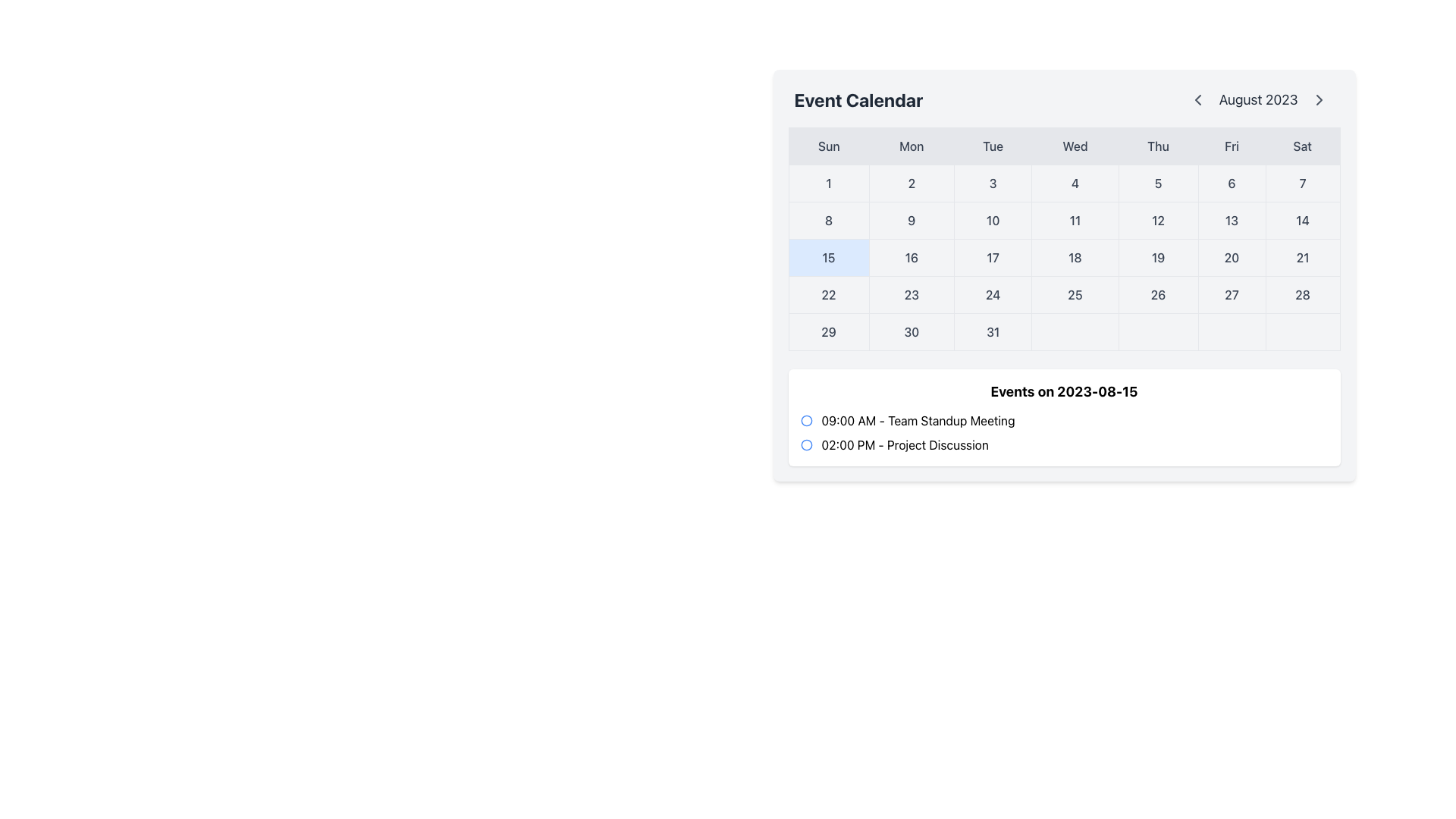  I want to click on the Text Label element displaying 'August 2023', which is styled with a large font size and gray color, located in the navigation bar above the calendar view, so click(1258, 99).